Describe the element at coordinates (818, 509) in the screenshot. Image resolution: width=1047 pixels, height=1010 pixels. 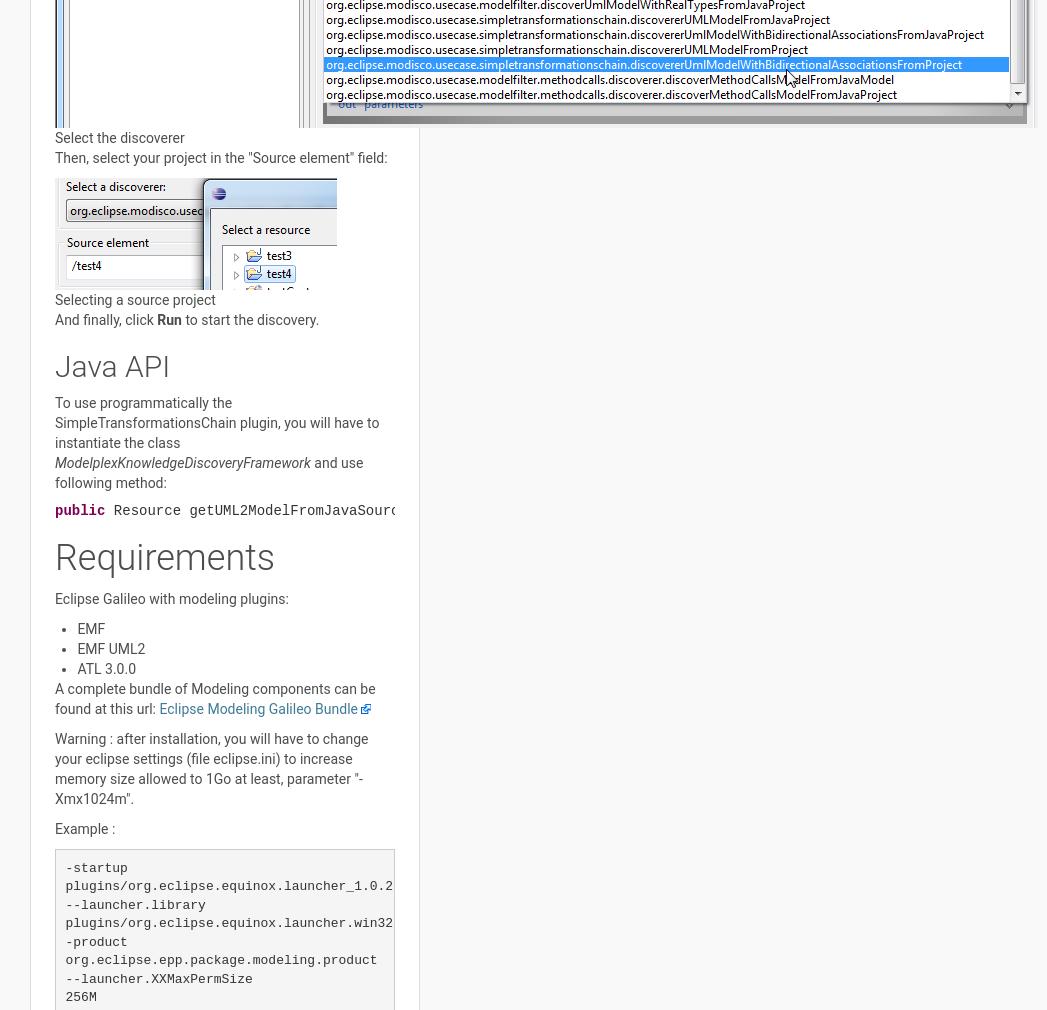
I see `'throws'` at that location.